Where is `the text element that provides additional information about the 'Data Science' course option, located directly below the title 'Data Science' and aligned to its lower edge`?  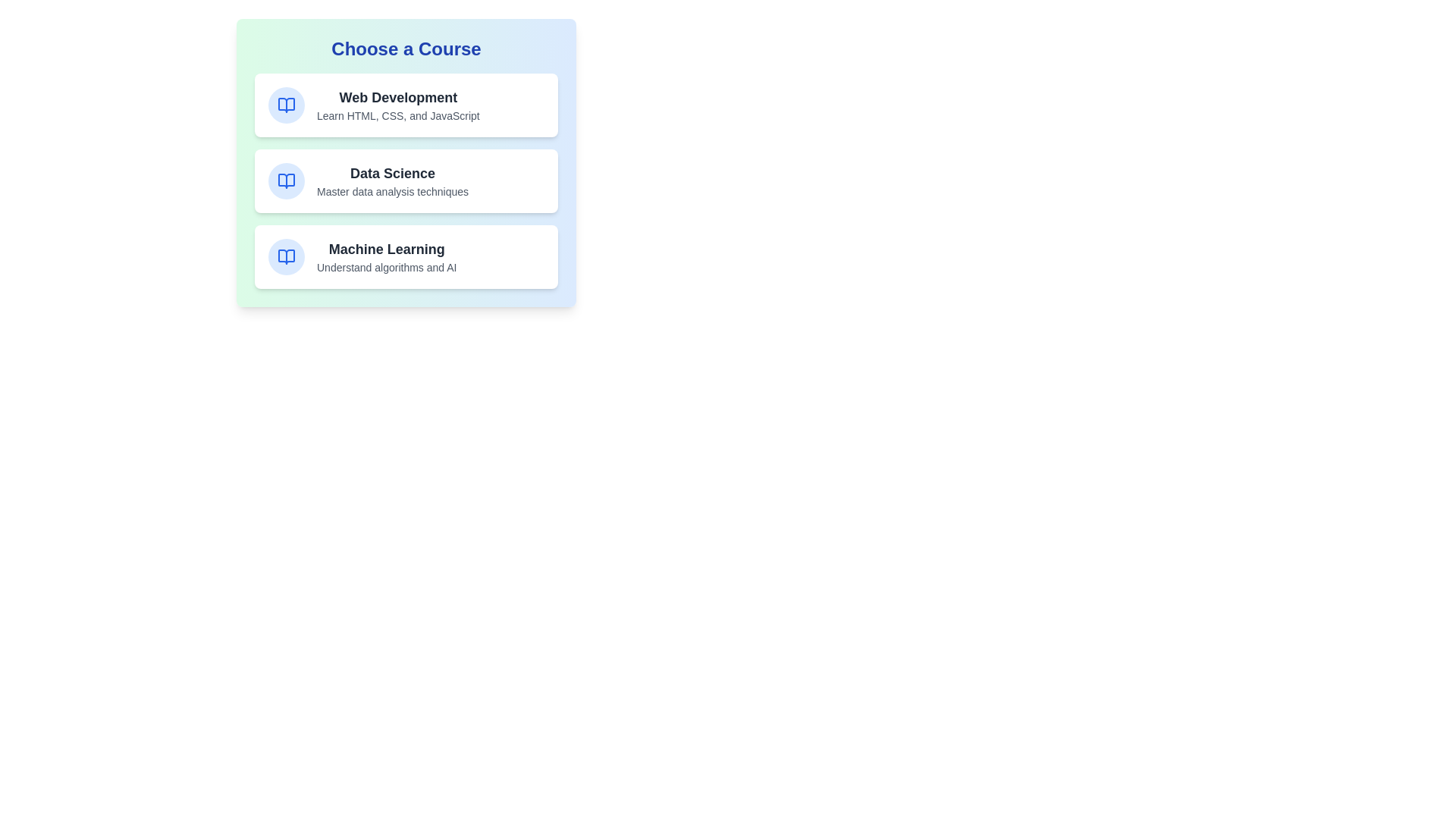
the text element that provides additional information about the 'Data Science' course option, located directly below the title 'Data Science' and aligned to its lower edge is located at coordinates (393, 191).